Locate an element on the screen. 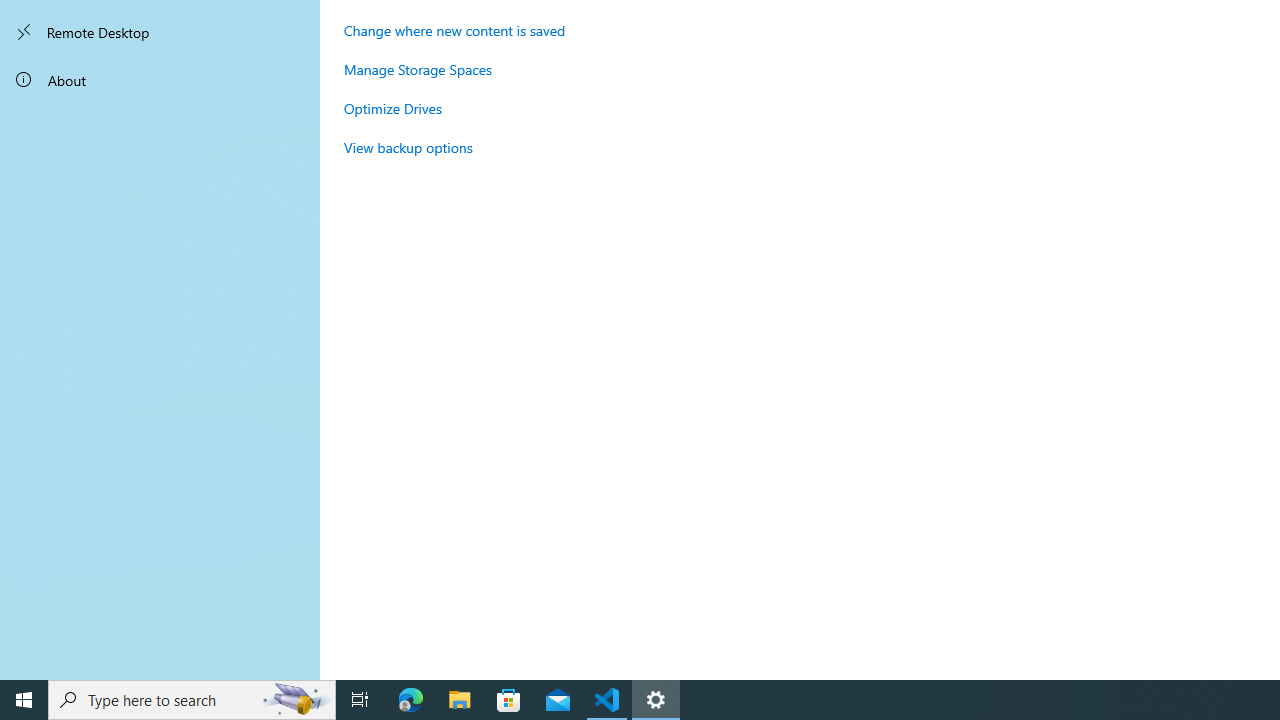 This screenshot has width=1280, height=720. 'Remote Desktop' is located at coordinates (160, 32).